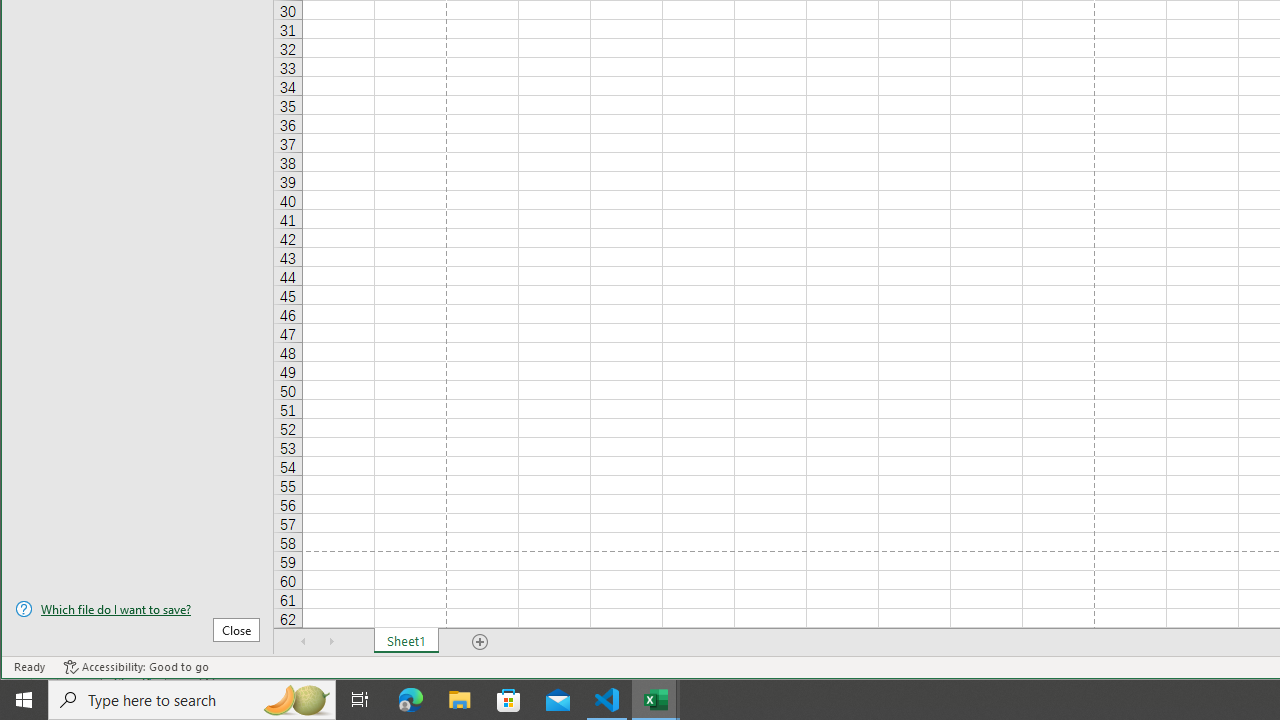 The width and height of the screenshot is (1280, 720). What do you see at coordinates (135, 667) in the screenshot?
I see `'Accessibility Checker Accessibility: Good to go'` at bounding box center [135, 667].